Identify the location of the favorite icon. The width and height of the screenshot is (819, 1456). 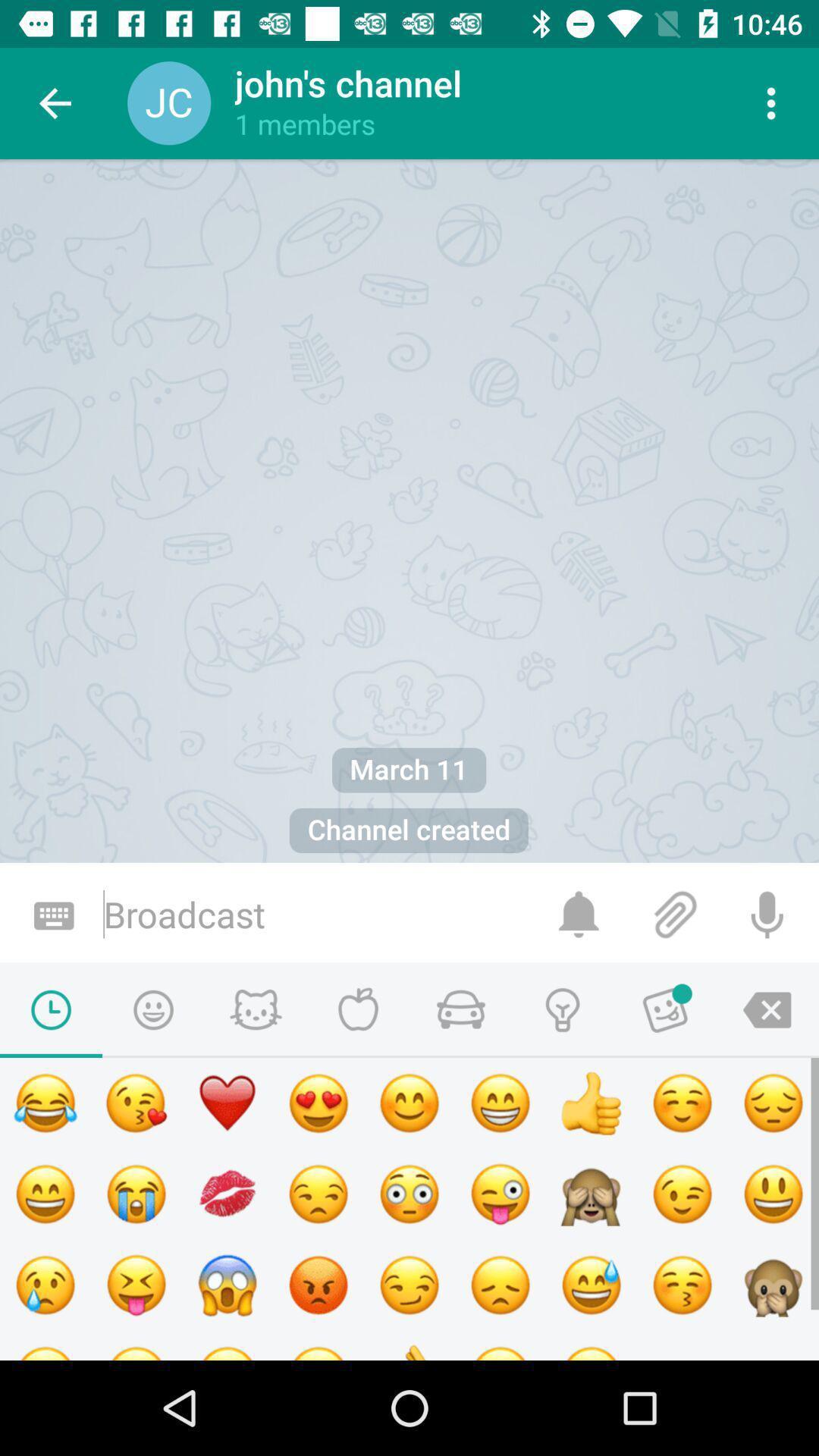
(227, 1103).